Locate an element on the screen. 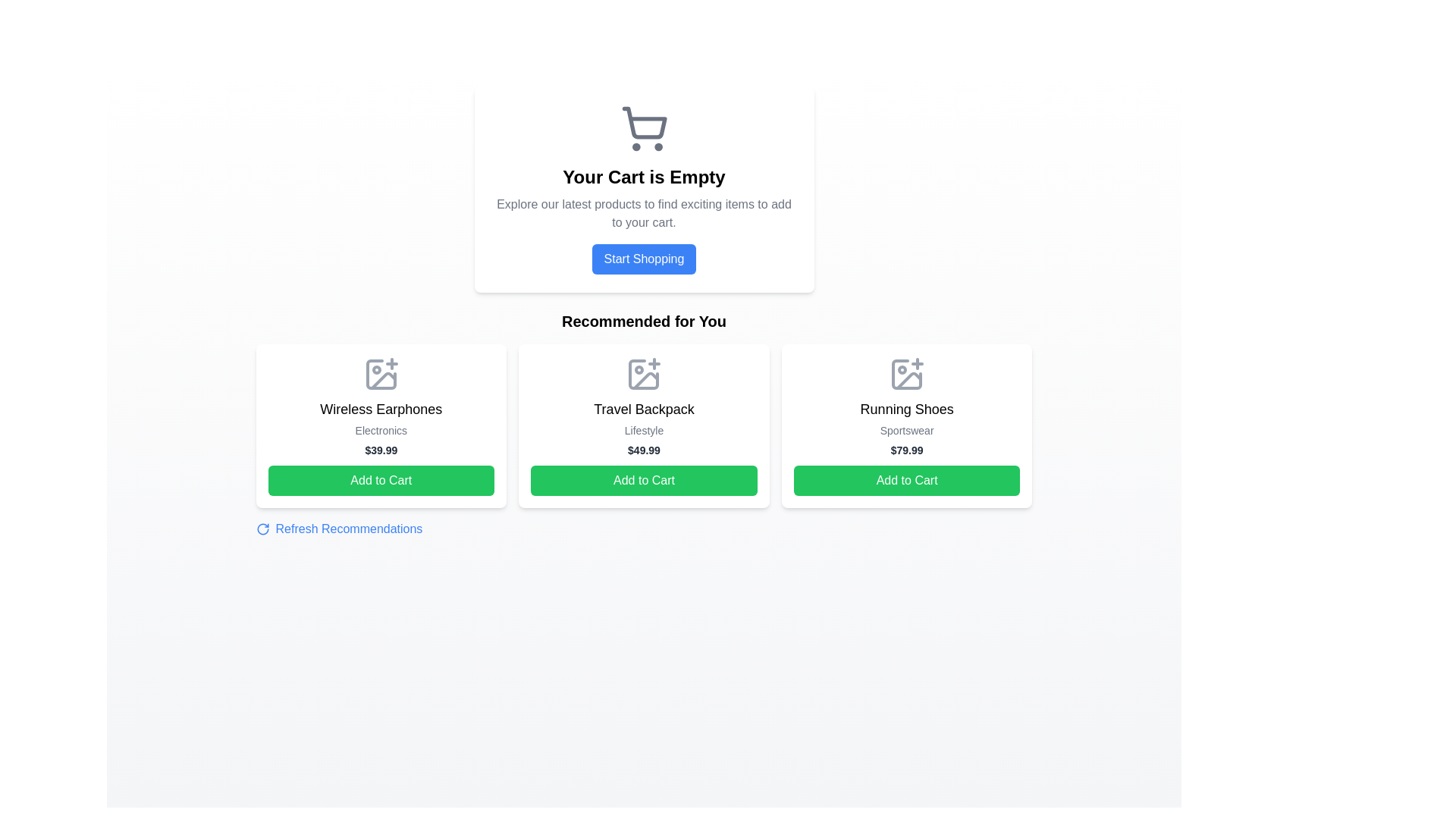 Image resolution: width=1456 pixels, height=819 pixels. the 'Start Shopping' button with a blue background and white text located below the heading 'Your Cart is Empty' and the text 'Explore our latest products to find exciting items is located at coordinates (644, 259).